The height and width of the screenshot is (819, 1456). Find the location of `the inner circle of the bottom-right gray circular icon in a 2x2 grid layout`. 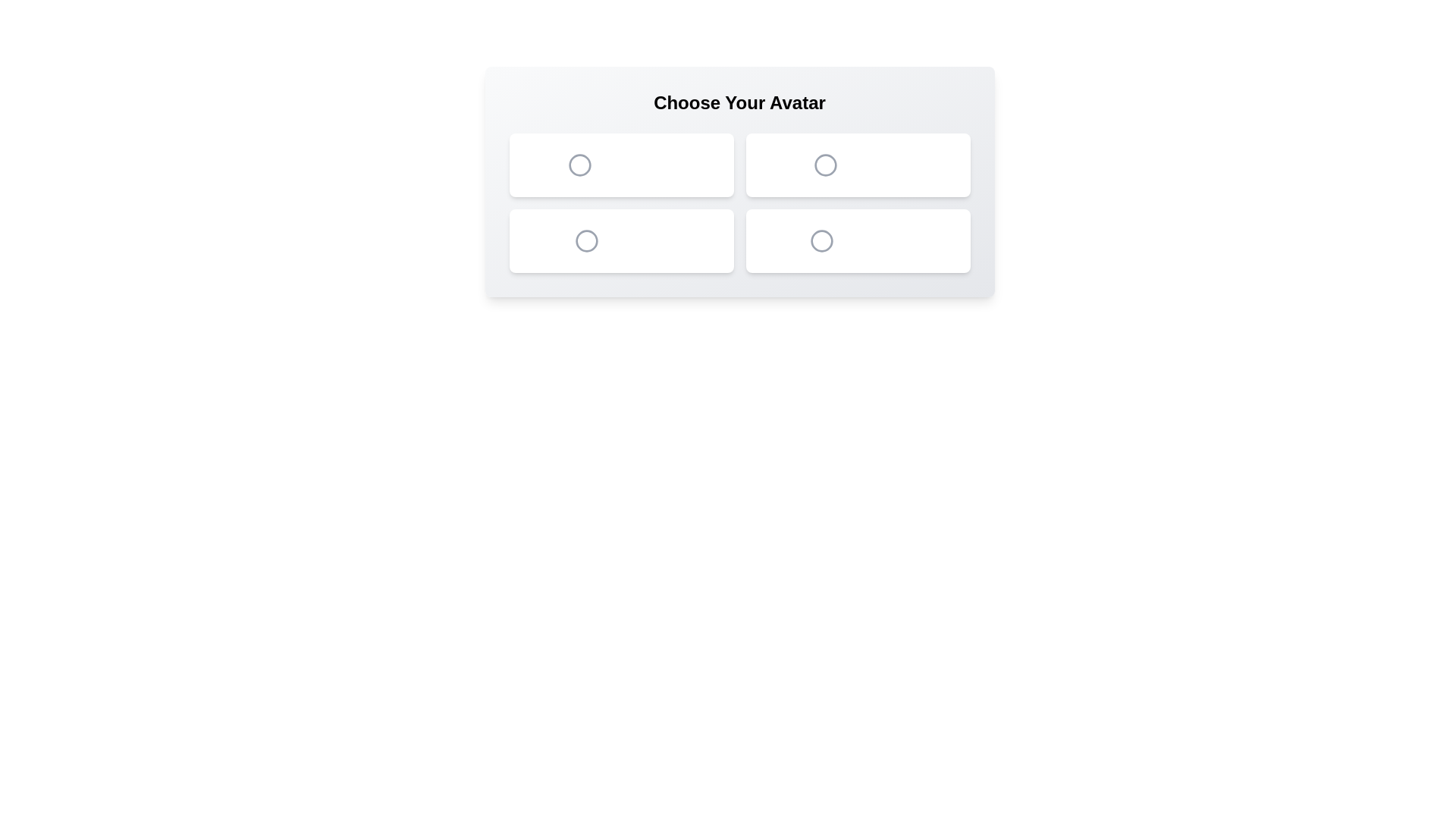

the inner circle of the bottom-right gray circular icon in a 2x2 grid layout is located at coordinates (821, 240).